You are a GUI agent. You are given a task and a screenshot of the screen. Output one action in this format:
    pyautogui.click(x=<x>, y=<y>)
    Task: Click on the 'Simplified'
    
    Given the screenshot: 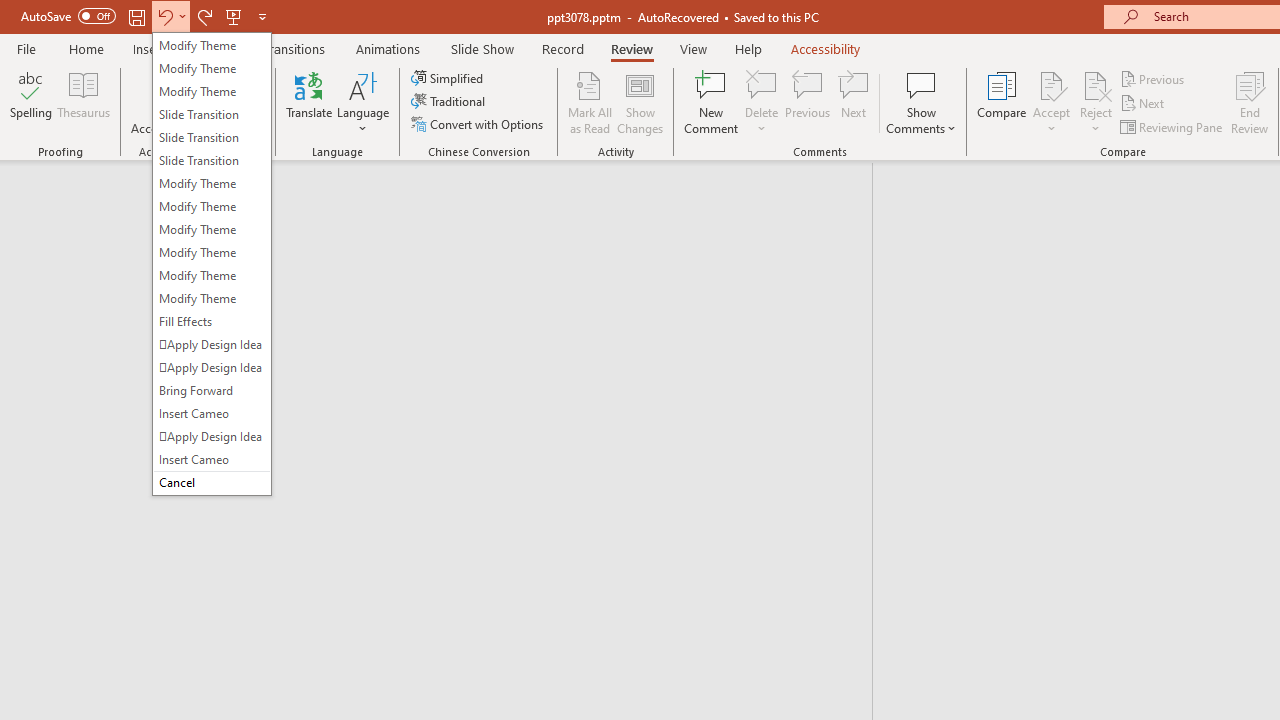 What is the action you would take?
    pyautogui.click(x=448, y=77)
    